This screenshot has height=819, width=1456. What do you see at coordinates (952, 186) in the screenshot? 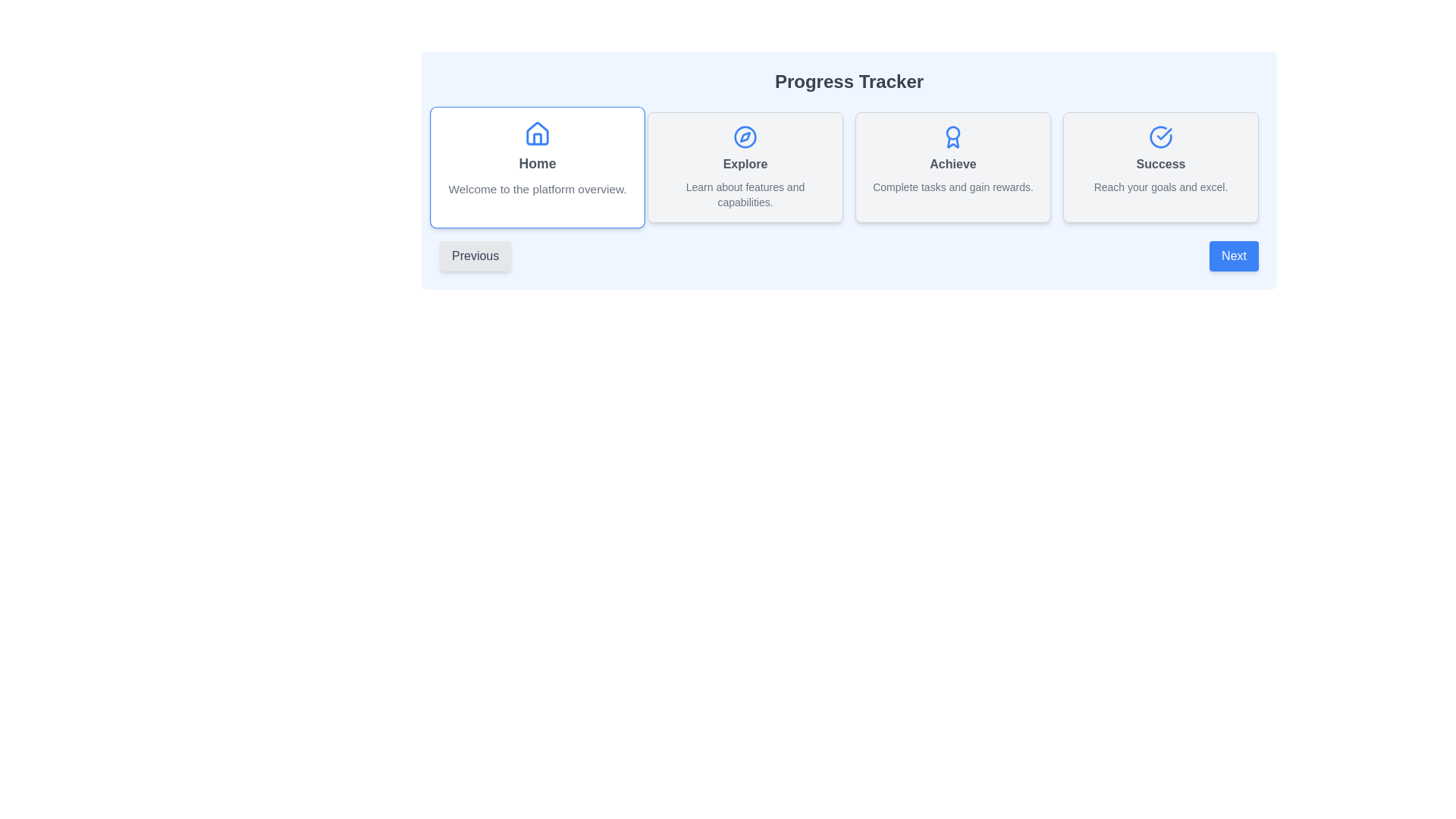
I see `the text label that says 'Complete tasks and gain rewards.' which is styled in a small gray font and located in the card under the 'Achieve' title` at bounding box center [952, 186].